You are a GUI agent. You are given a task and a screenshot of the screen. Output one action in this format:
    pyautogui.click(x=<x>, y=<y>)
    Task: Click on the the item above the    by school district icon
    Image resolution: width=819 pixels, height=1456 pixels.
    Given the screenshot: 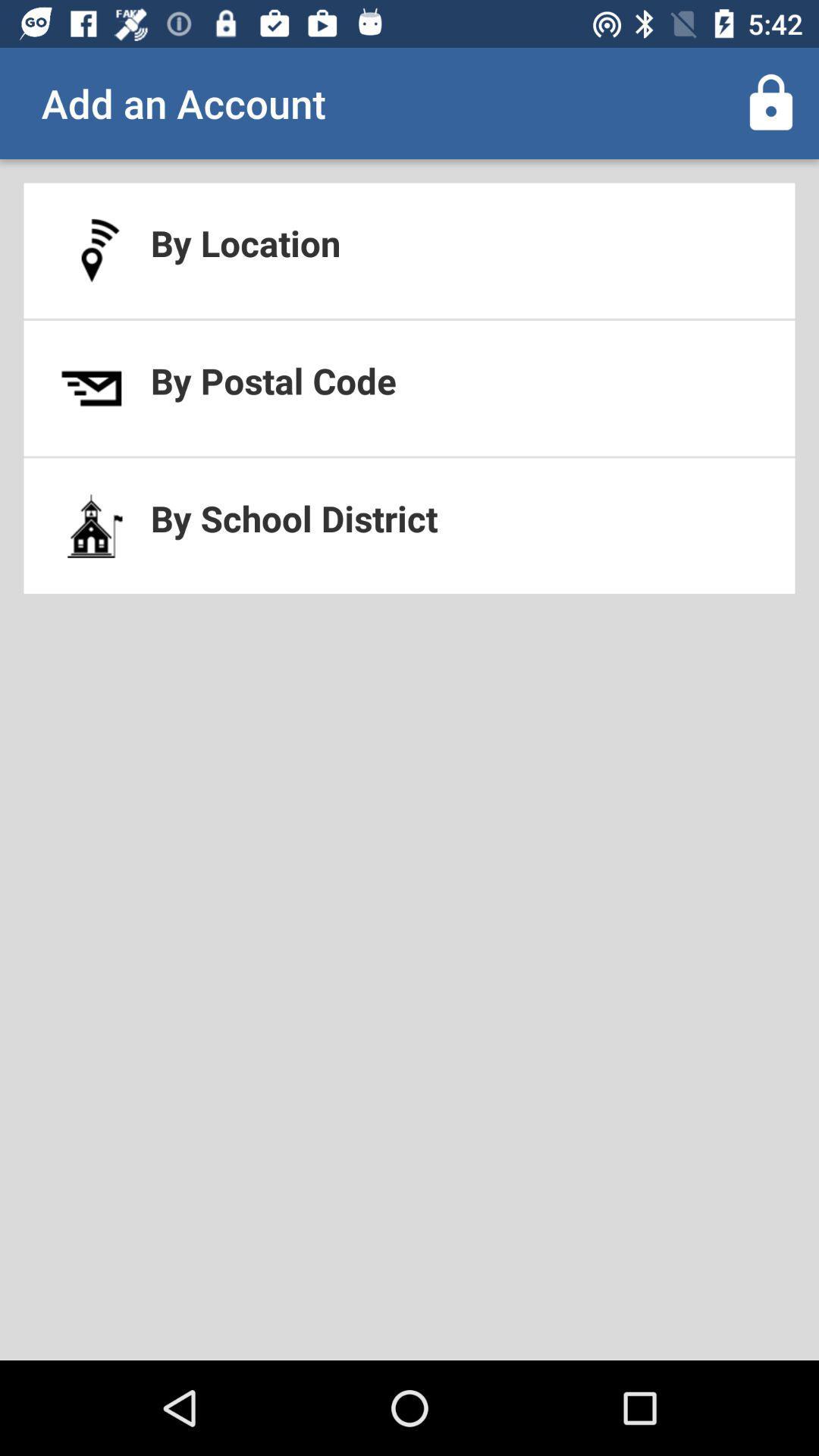 What is the action you would take?
    pyautogui.click(x=409, y=388)
    